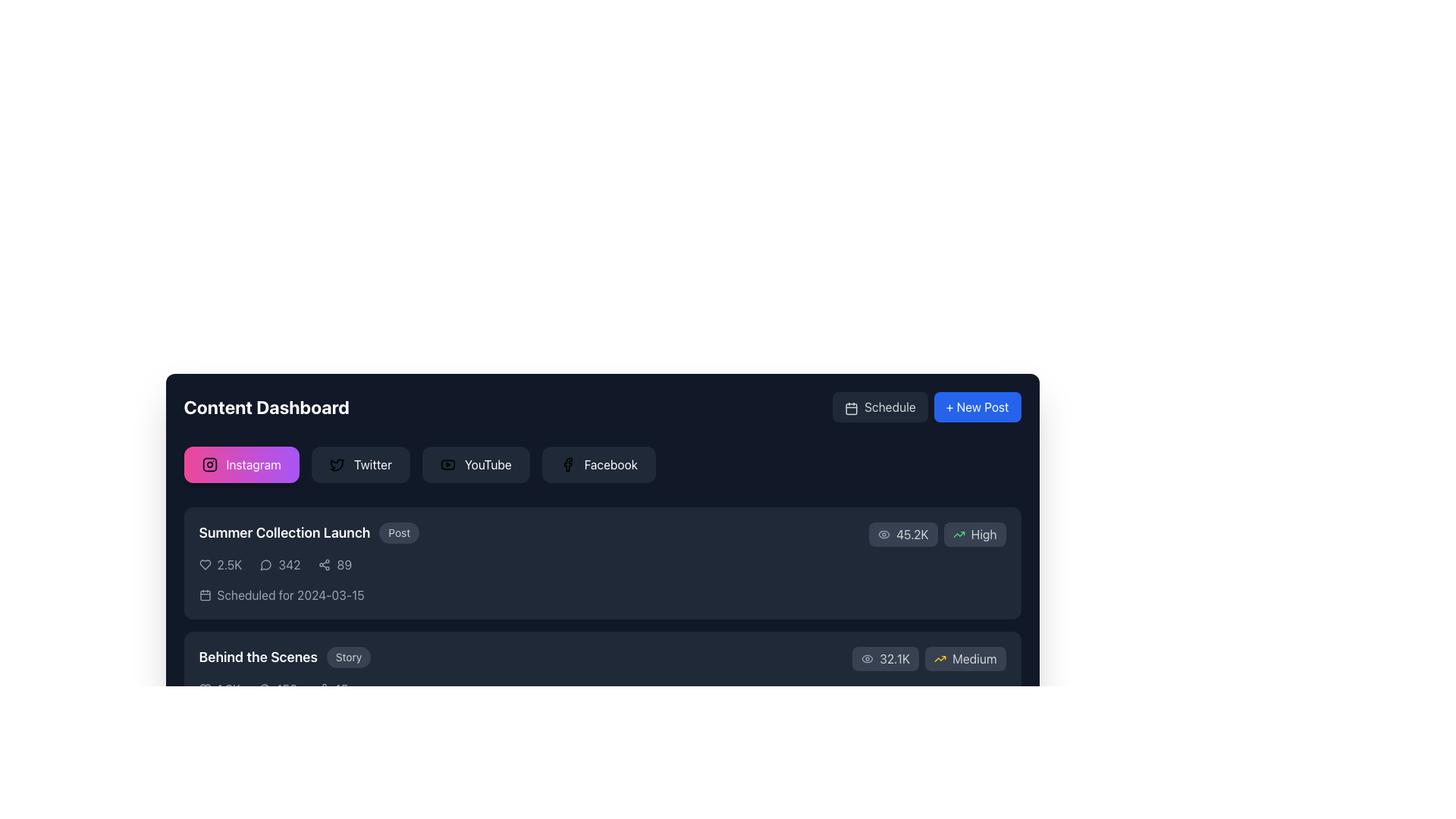 The height and width of the screenshot is (819, 1456). Describe the element at coordinates (903, 534) in the screenshot. I see `the Label with Icon that provides information about the number of views or impressions related to a content item, positioned in the right part of the content list` at that location.